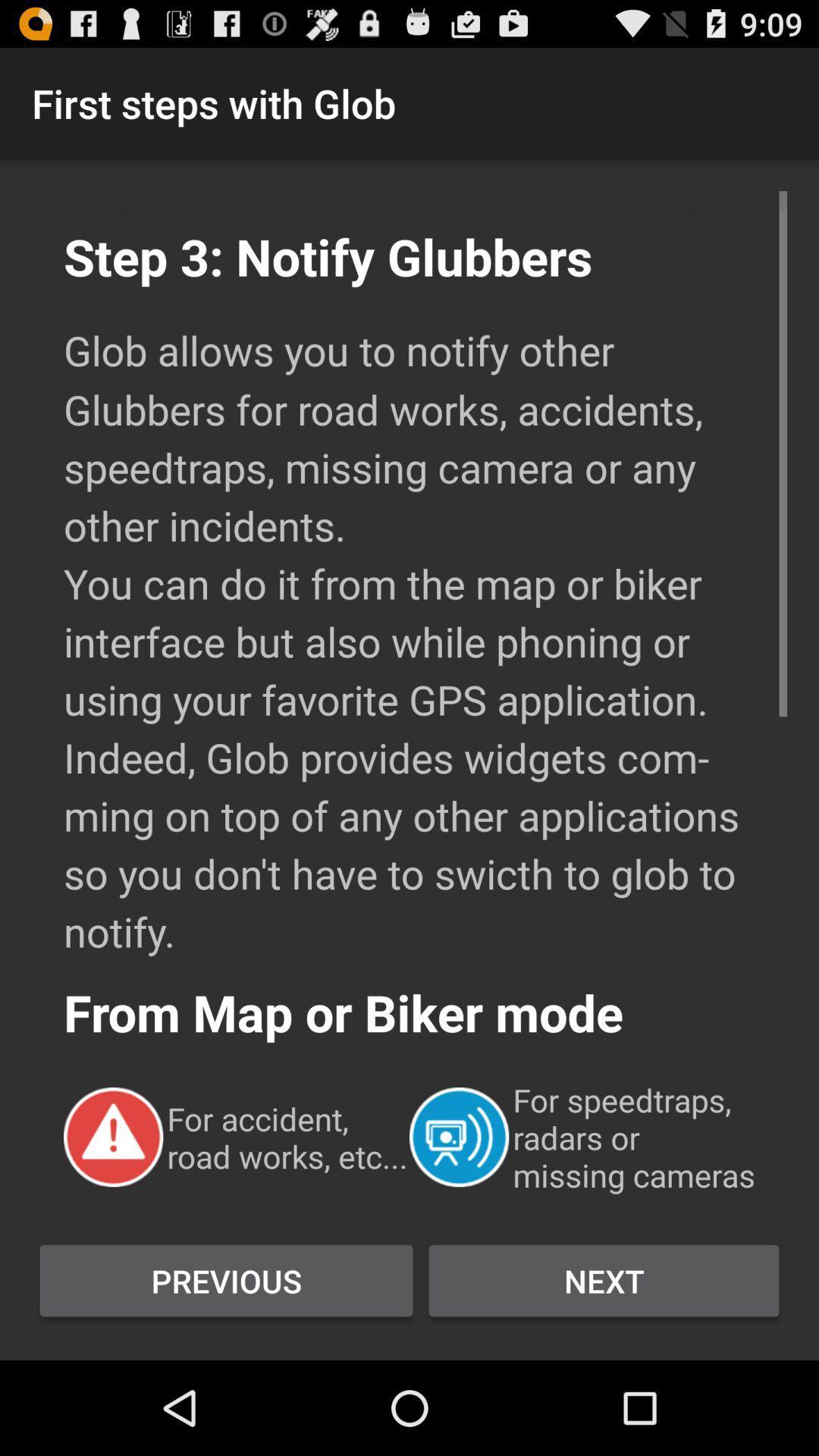  What do you see at coordinates (603, 1280) in the screenshot?
I see `the item below the for speedtraps radars item` at bounding box center [603, 1280].